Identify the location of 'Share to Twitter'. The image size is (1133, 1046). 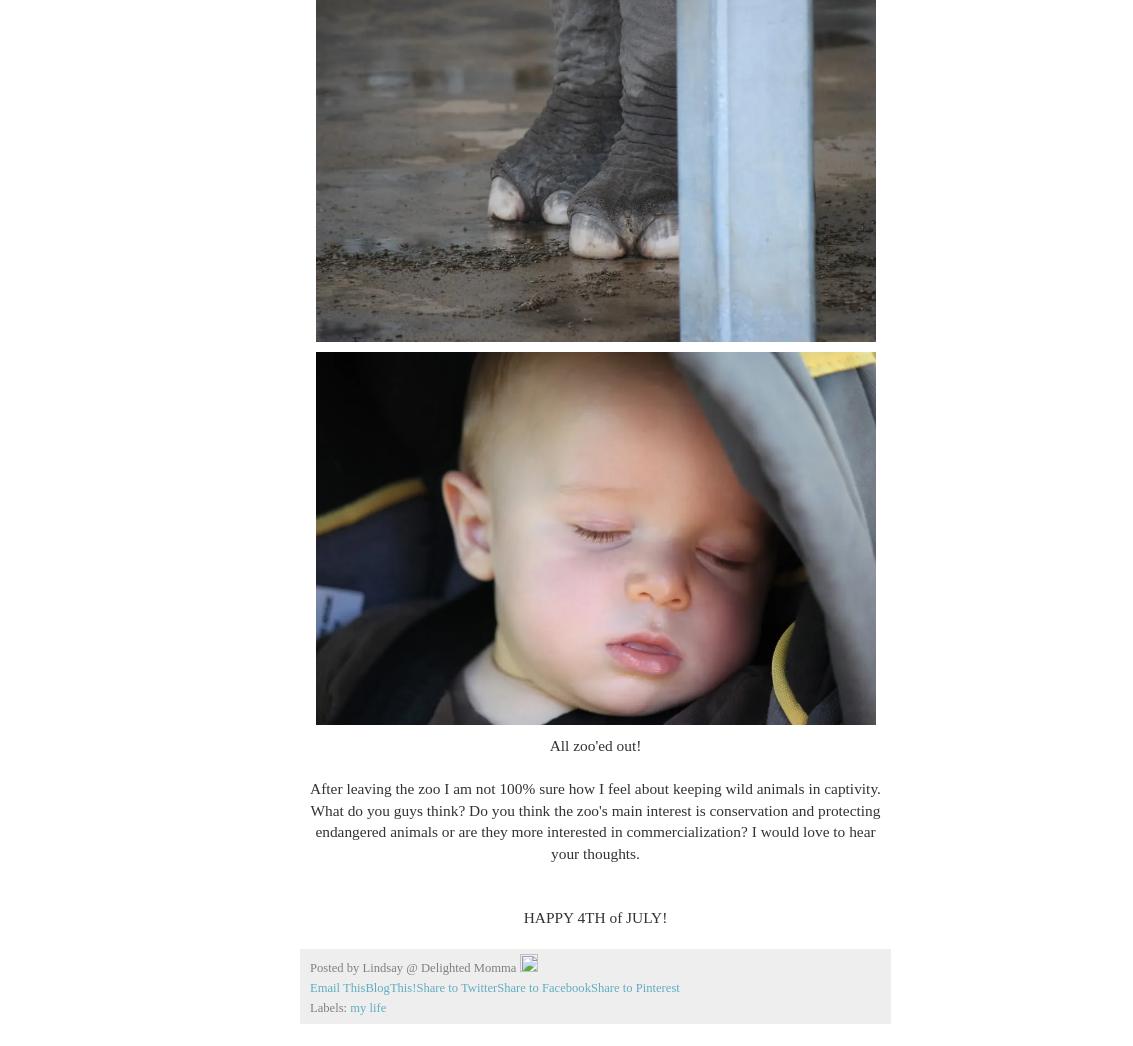
(455, 987).